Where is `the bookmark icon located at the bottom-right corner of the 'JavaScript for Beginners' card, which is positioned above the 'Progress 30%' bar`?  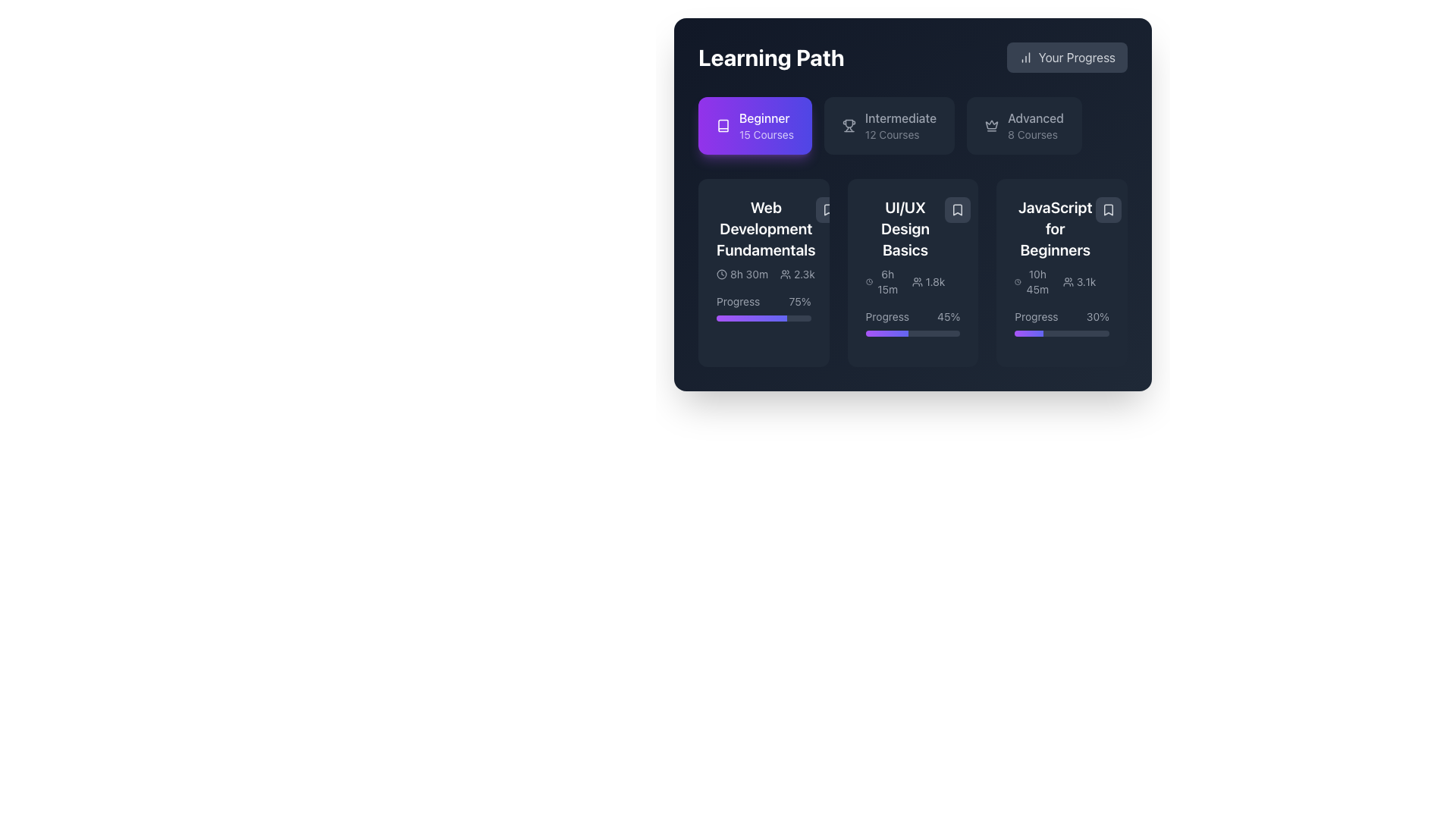
the bookmark icon located at the bottom-right corner of the 'JavaScript for Beginners' card, which is positioned above the 'Progress 30%' bar is located at coordinates (1109, 210).